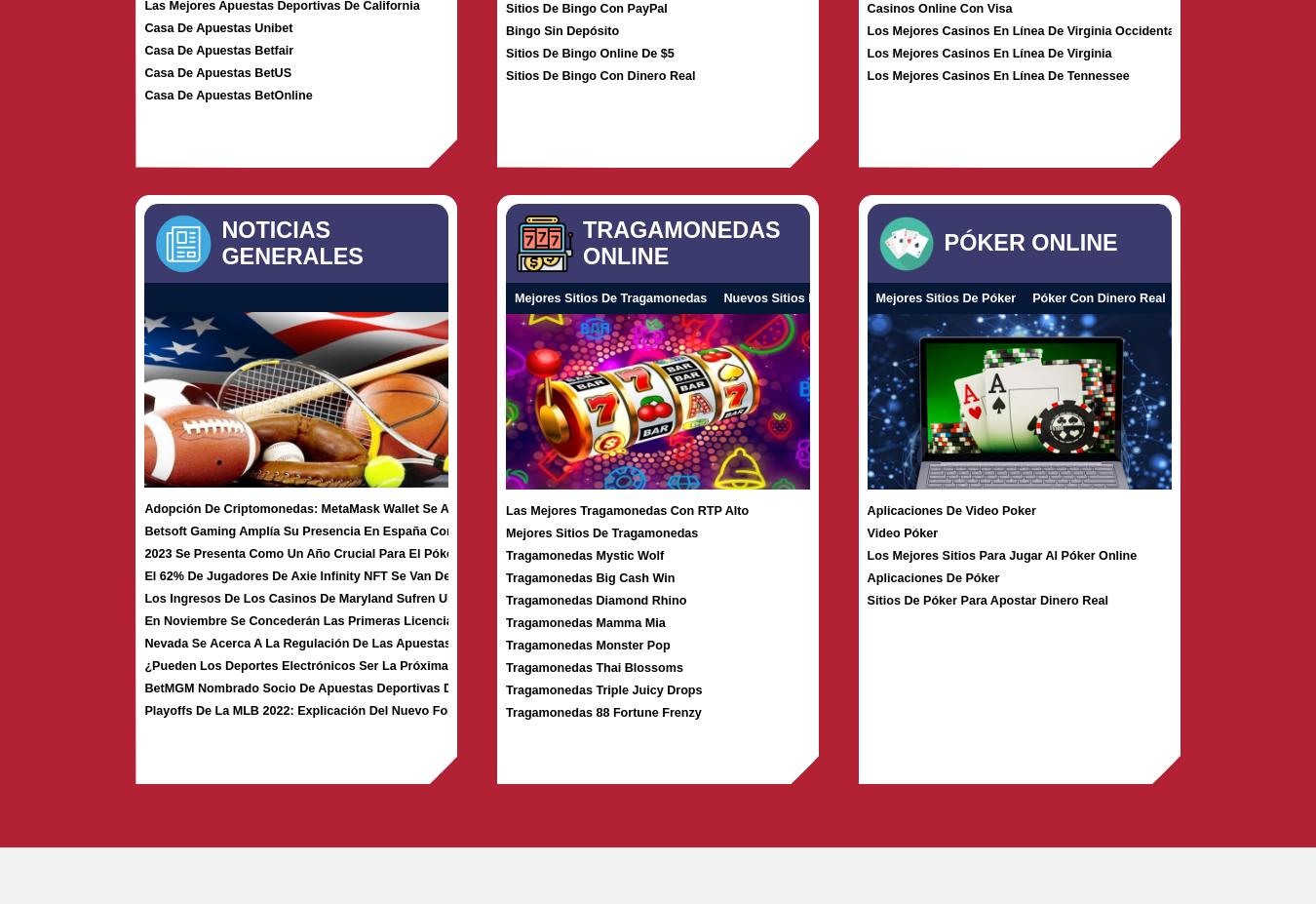 The width and height of the screenshot is (1316, 904). What do you see at coordinates (362, 686) in the screenshot?
I see `'BetMGM Nombrado Socio De Apuestas Deportivas De Los Cincinnati Reds'` at bounding box center [362, 686].